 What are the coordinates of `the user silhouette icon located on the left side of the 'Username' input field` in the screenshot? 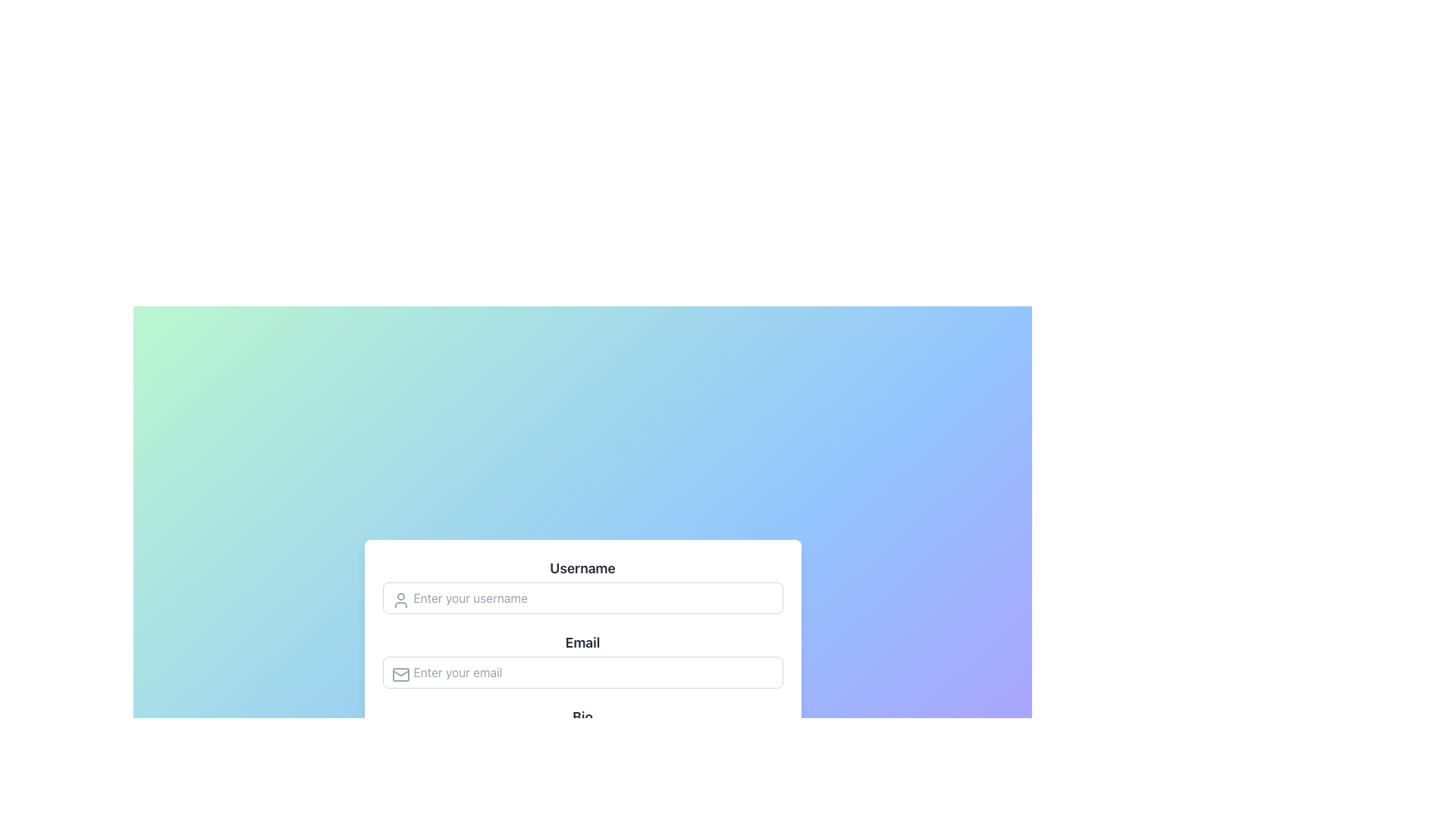 It's located at (400, 599).